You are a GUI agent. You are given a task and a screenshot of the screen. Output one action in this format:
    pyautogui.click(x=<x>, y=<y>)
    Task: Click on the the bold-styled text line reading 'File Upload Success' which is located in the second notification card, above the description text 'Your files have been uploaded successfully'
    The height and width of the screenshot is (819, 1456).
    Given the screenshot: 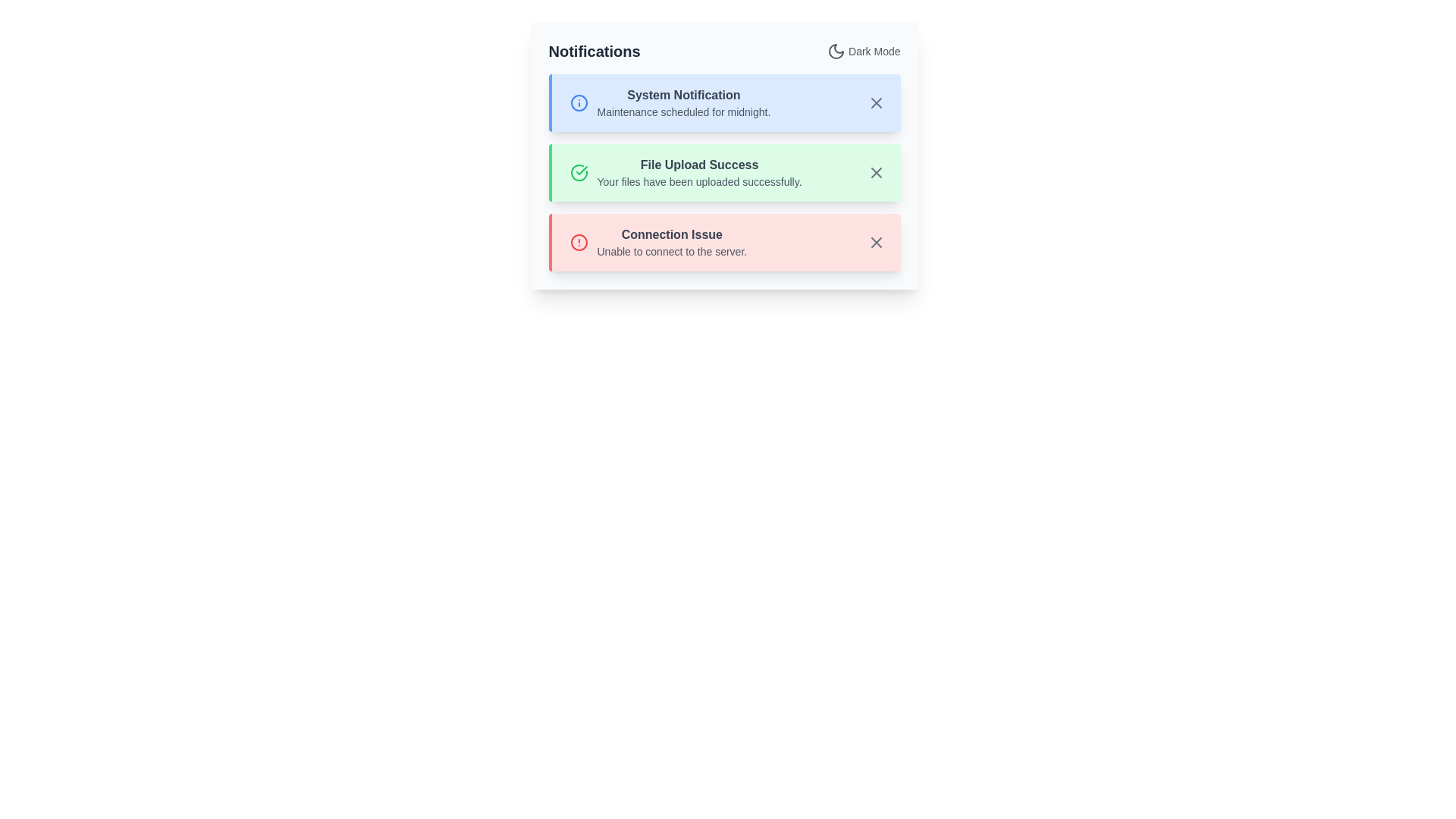 What is the action you would take?
    pyautogui.click(x=698, y=165)
    